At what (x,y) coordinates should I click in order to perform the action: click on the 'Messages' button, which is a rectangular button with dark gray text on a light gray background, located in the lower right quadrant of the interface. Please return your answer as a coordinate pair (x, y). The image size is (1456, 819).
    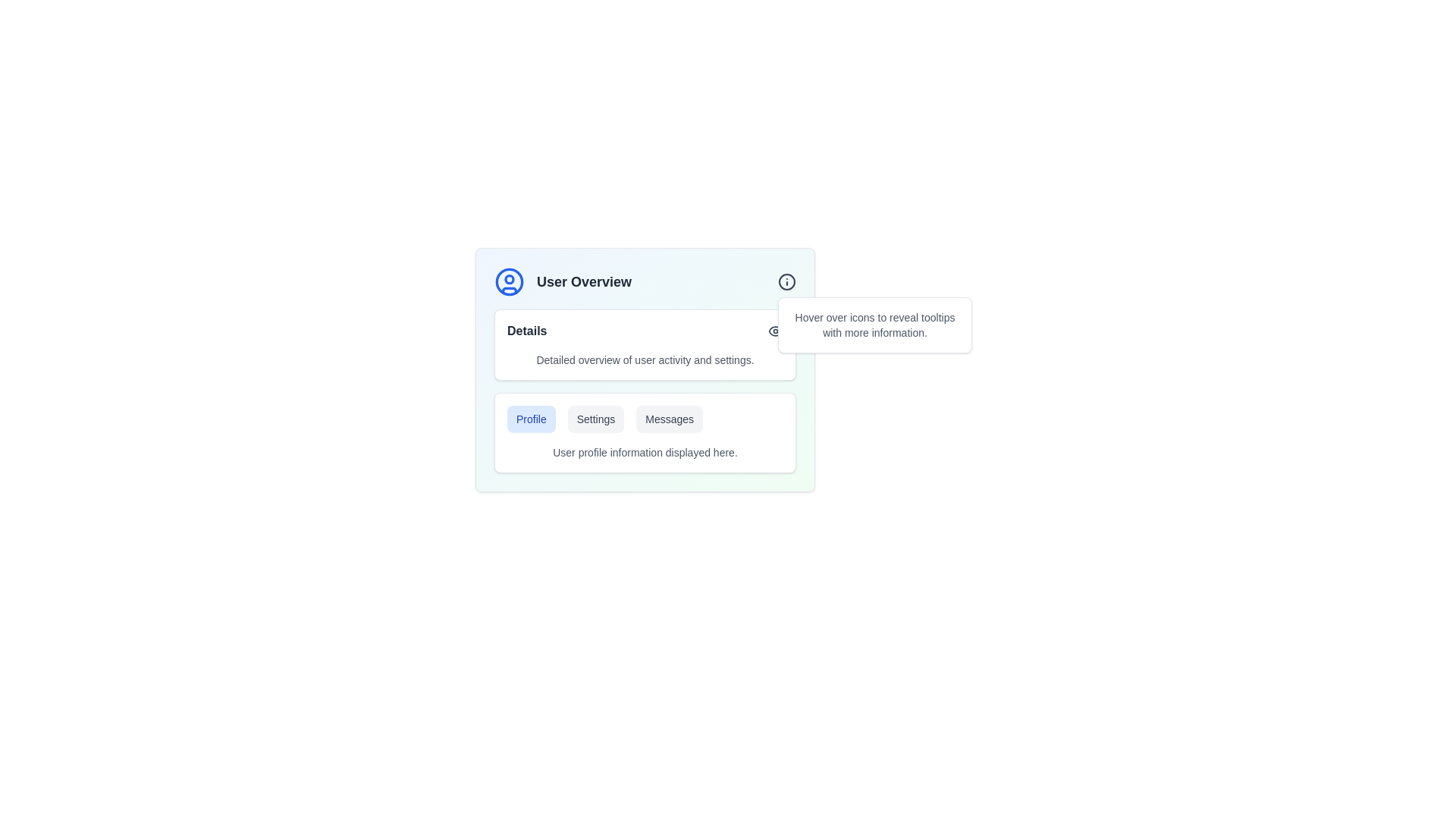
    Looking at the image, I should click on (669, 419).